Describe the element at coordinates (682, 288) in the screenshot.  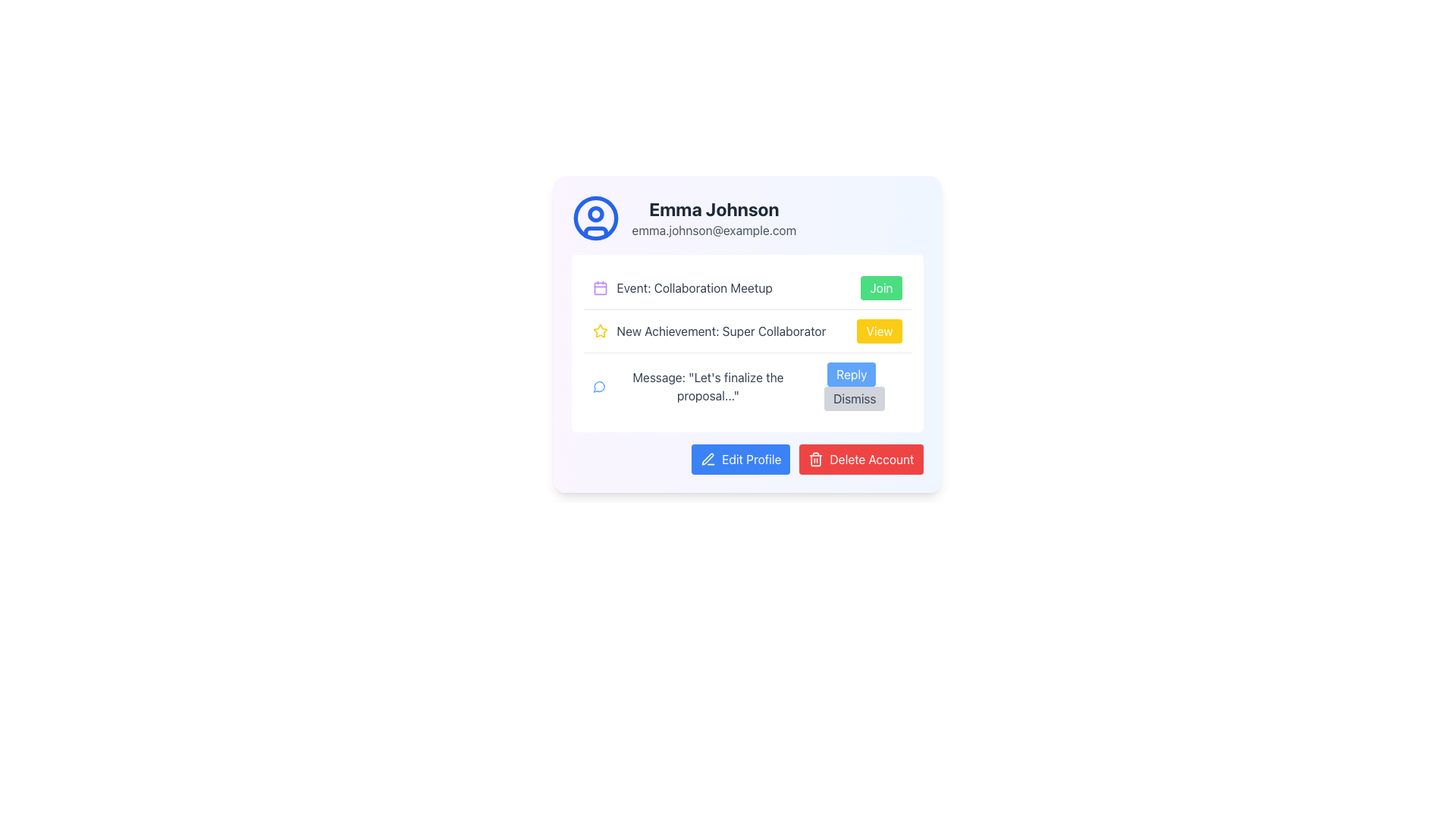
I see `event details for the 'Collaboration Meetup' which is represented by an icon and text label in the first item of the list` at that location.